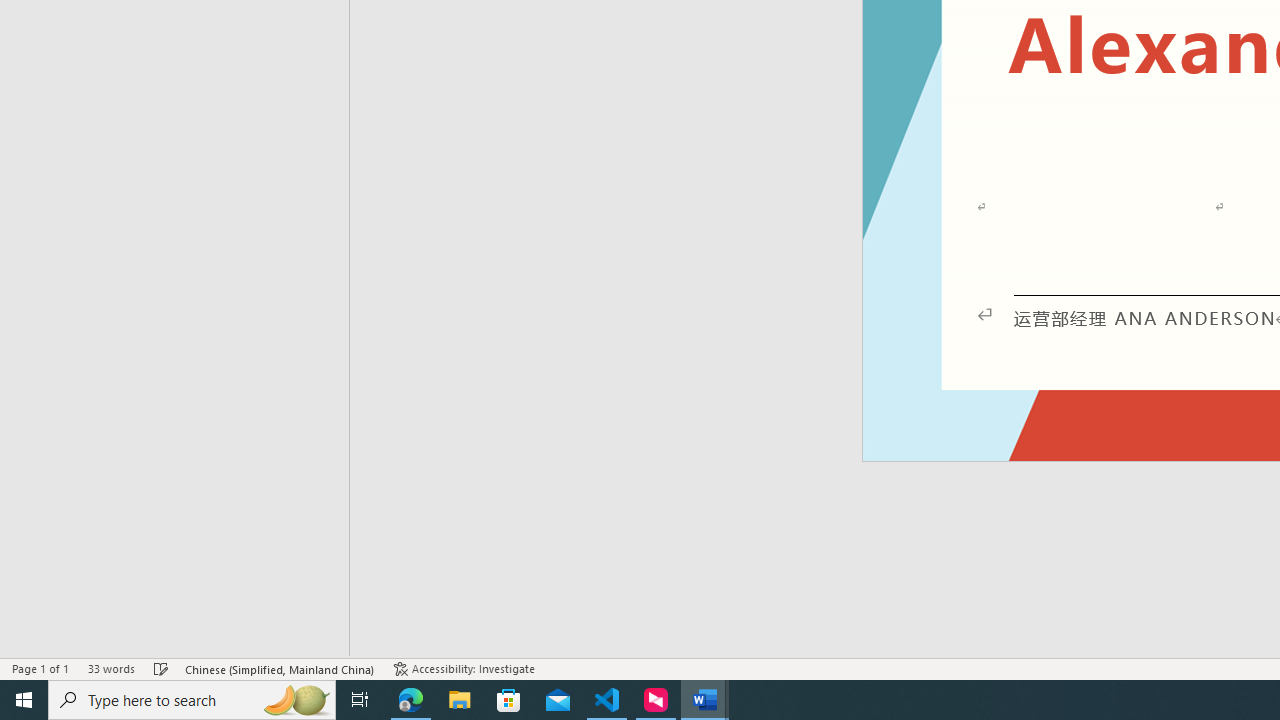 Image resolution: width=1280 pixels, height=720 pixels. Describe the element at coordinates (40, 669) in the screenshot. I see `'Page Number Page 1 of 1'` at that location.